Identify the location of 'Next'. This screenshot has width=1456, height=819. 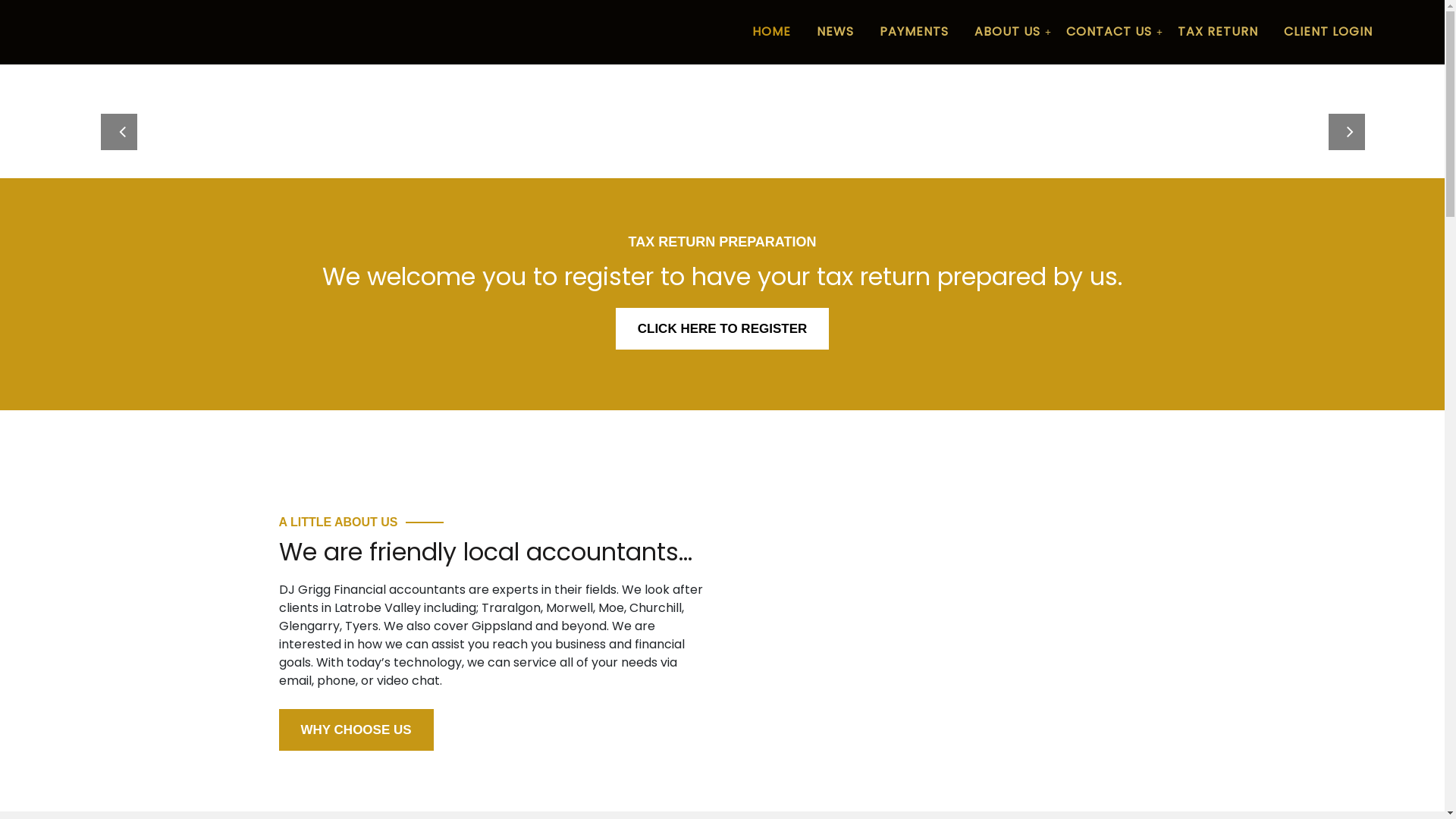
(1335, 120).